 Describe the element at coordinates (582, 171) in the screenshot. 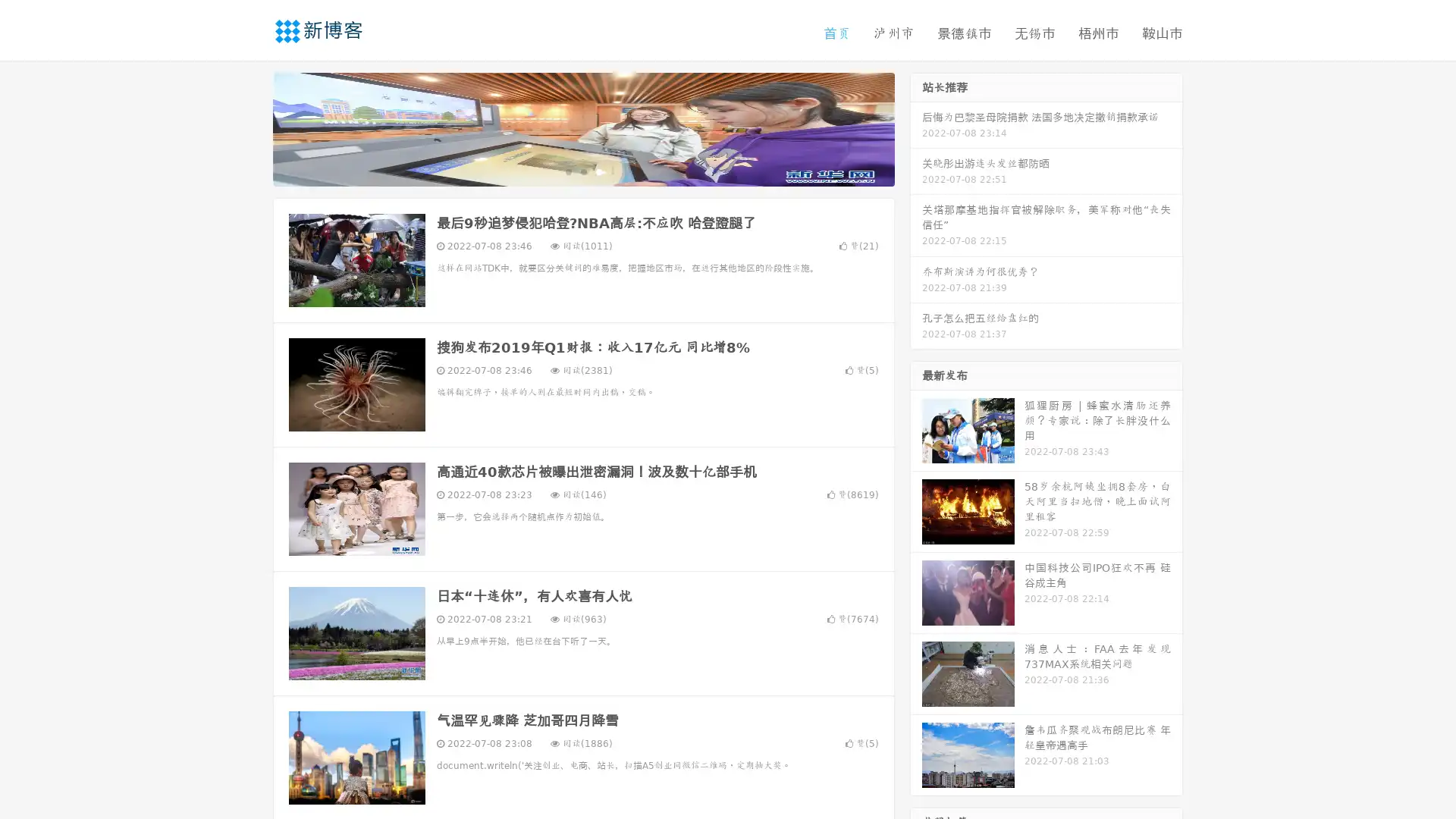

I see `Go to slide 2` at that location.